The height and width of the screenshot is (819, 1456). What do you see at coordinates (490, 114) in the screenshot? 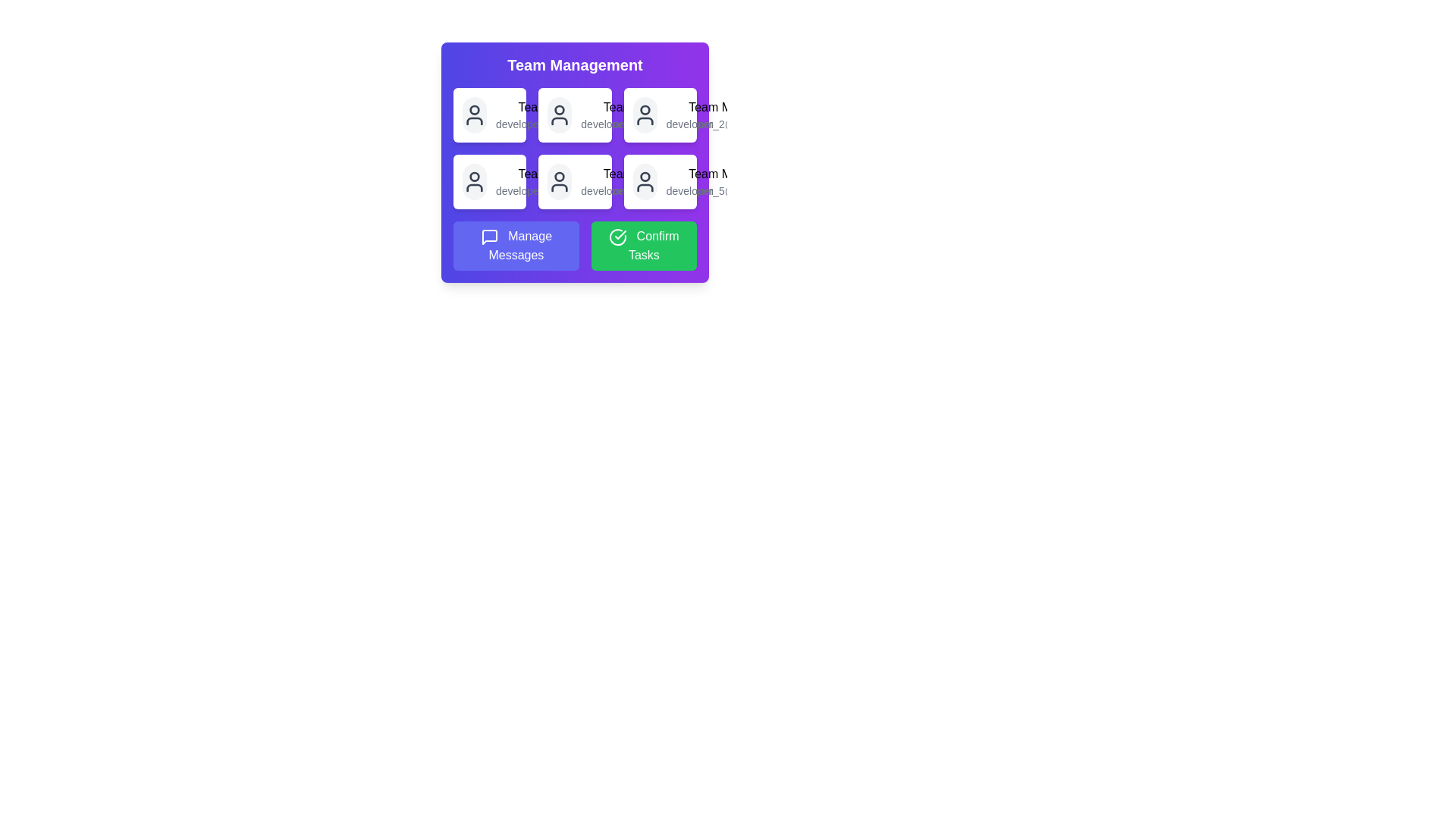
I see `the Information card representing the first team member in the team management interface, located in the top-left section of the grid` at bounding box center [490, 114].